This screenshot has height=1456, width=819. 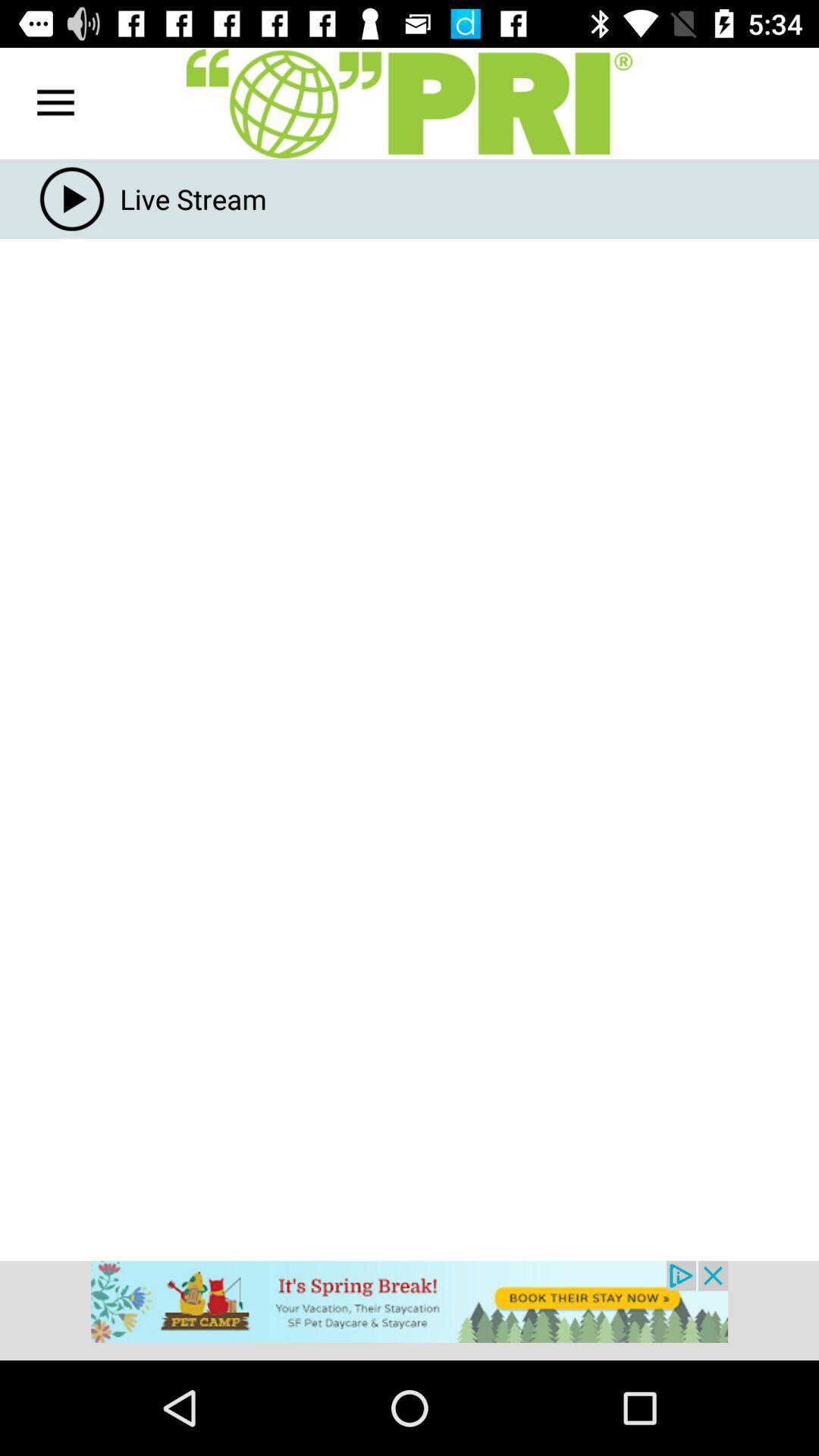 I want to click on the play icon, so click(x=71, y=198).